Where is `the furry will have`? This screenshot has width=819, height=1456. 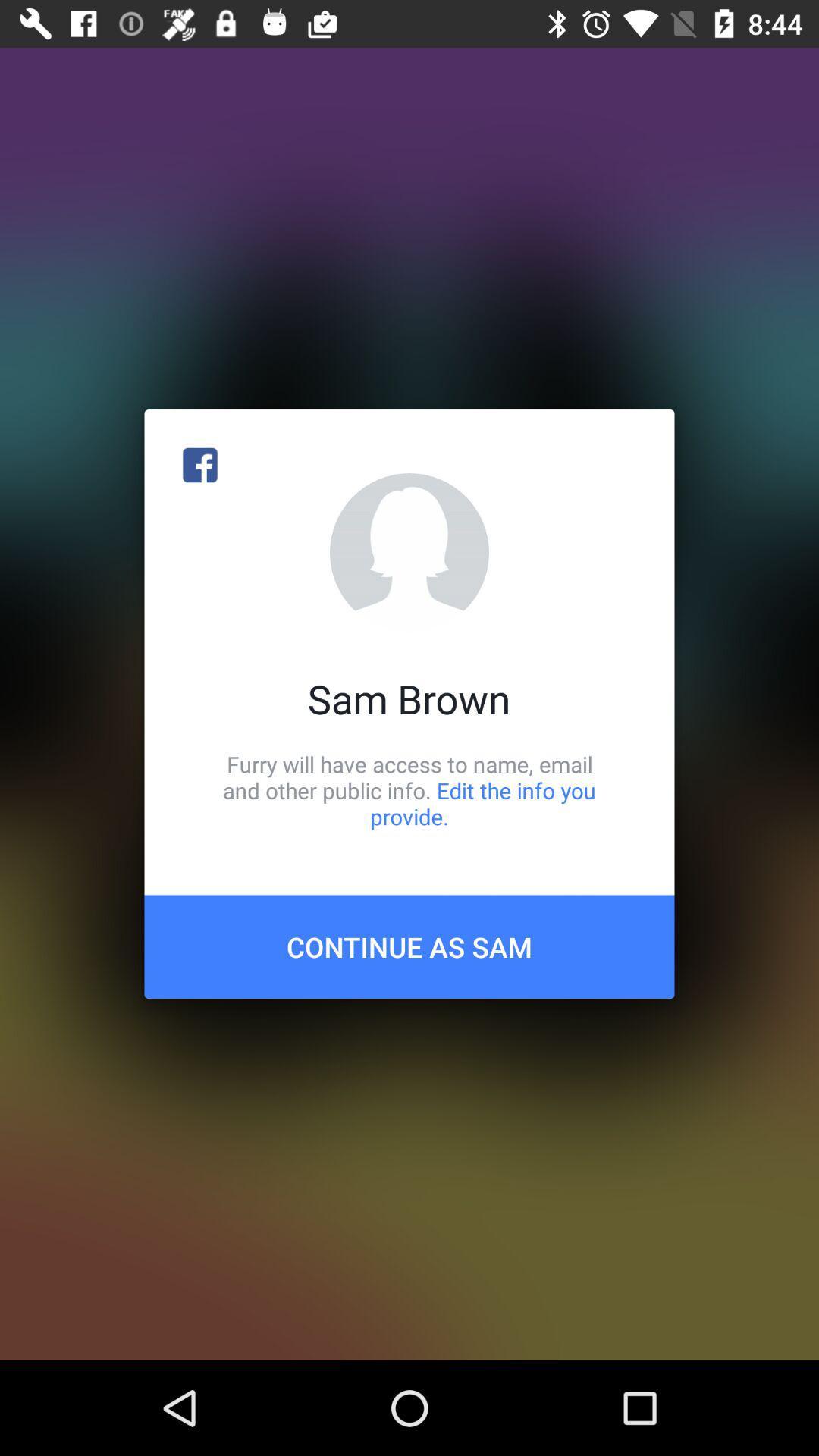
the furry will have is located at coordinates (409, 789).